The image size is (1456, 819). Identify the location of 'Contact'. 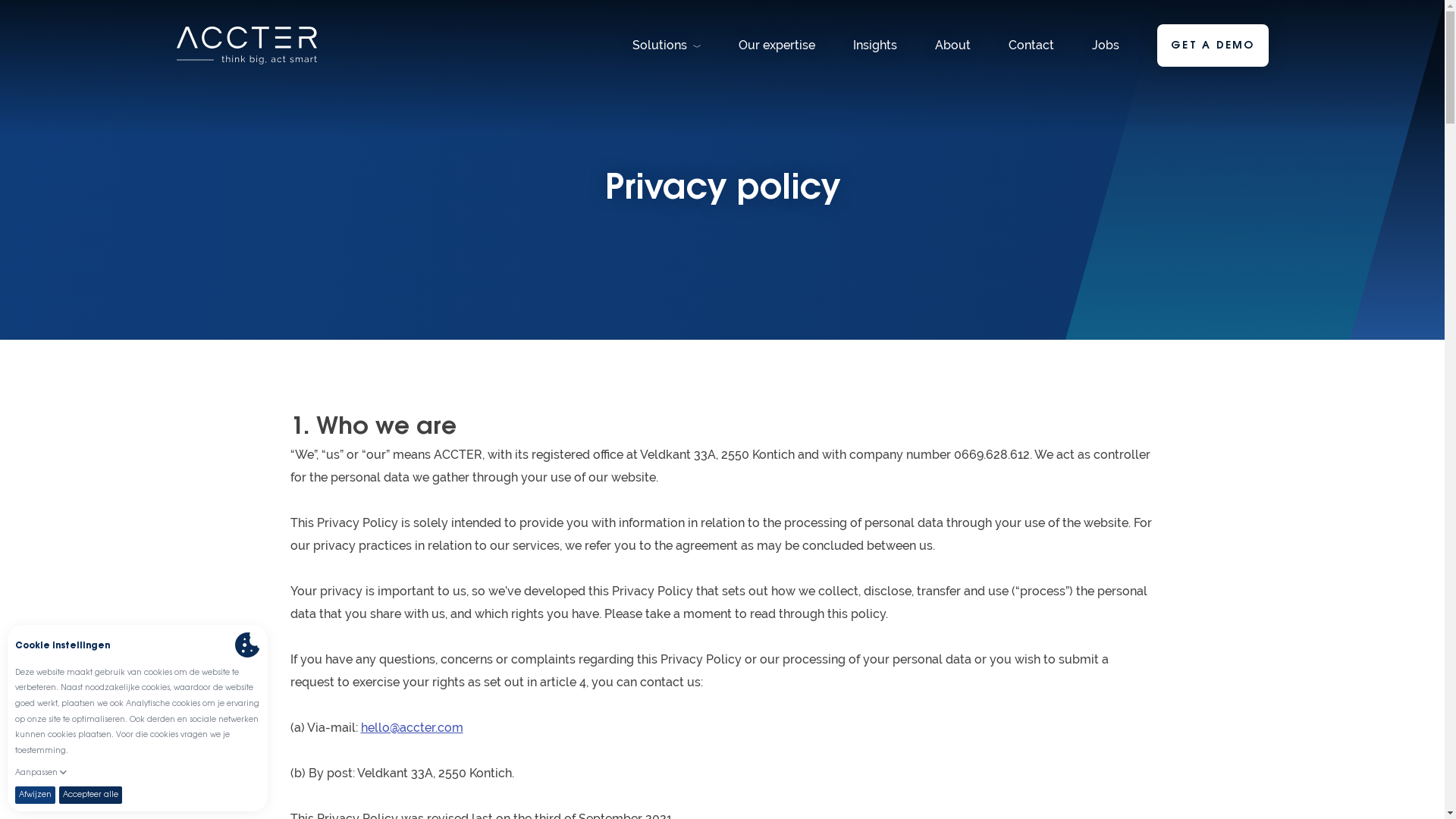
(1008, 45).